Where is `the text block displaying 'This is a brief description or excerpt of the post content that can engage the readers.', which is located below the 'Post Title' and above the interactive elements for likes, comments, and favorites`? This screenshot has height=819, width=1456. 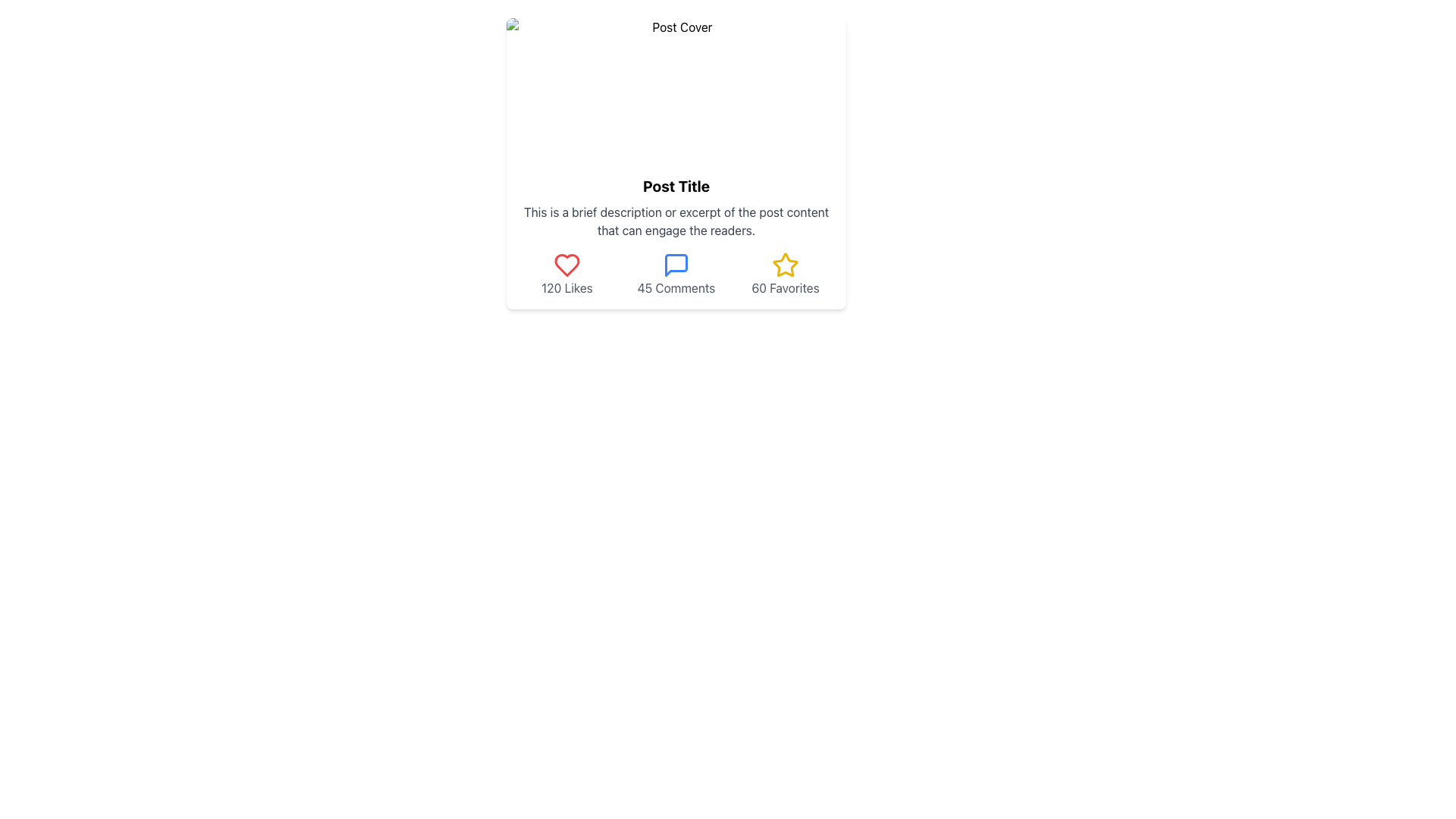 the text block displaying 'This is a brief description or excerpt of the post content that can engage the readers.', which is located below the 'Post Title' and above the interactive elements for likes, comments, and favorites is located at coordinates (676, 221).